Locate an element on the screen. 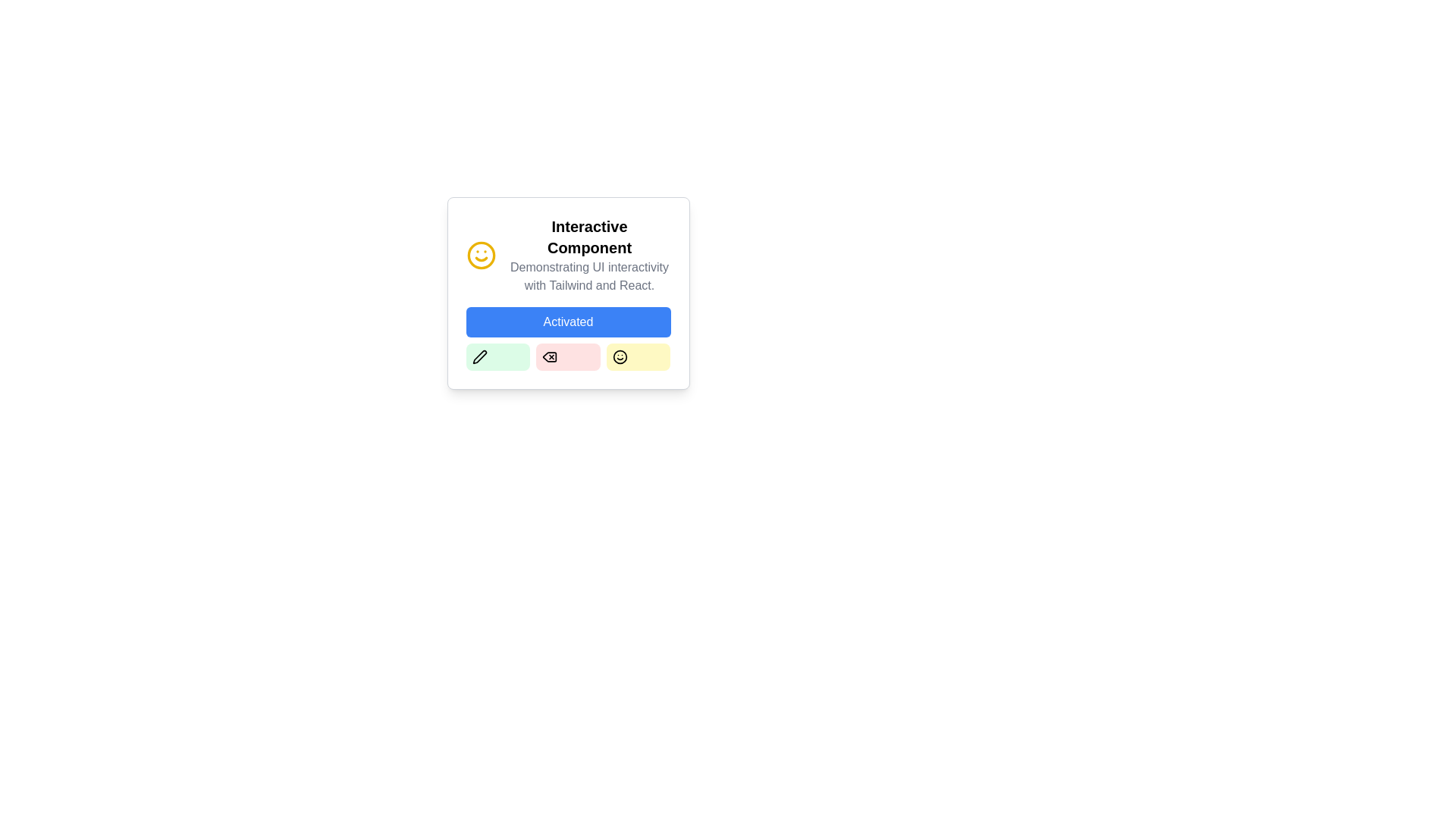 Image resolution: width=1456 pixels, height=819 pixels. the first interactive button in the bottom row, which has a light green background and symbolizes the ability to edit or modify content, using keyboard navigation is located at coordinates (479, 356).